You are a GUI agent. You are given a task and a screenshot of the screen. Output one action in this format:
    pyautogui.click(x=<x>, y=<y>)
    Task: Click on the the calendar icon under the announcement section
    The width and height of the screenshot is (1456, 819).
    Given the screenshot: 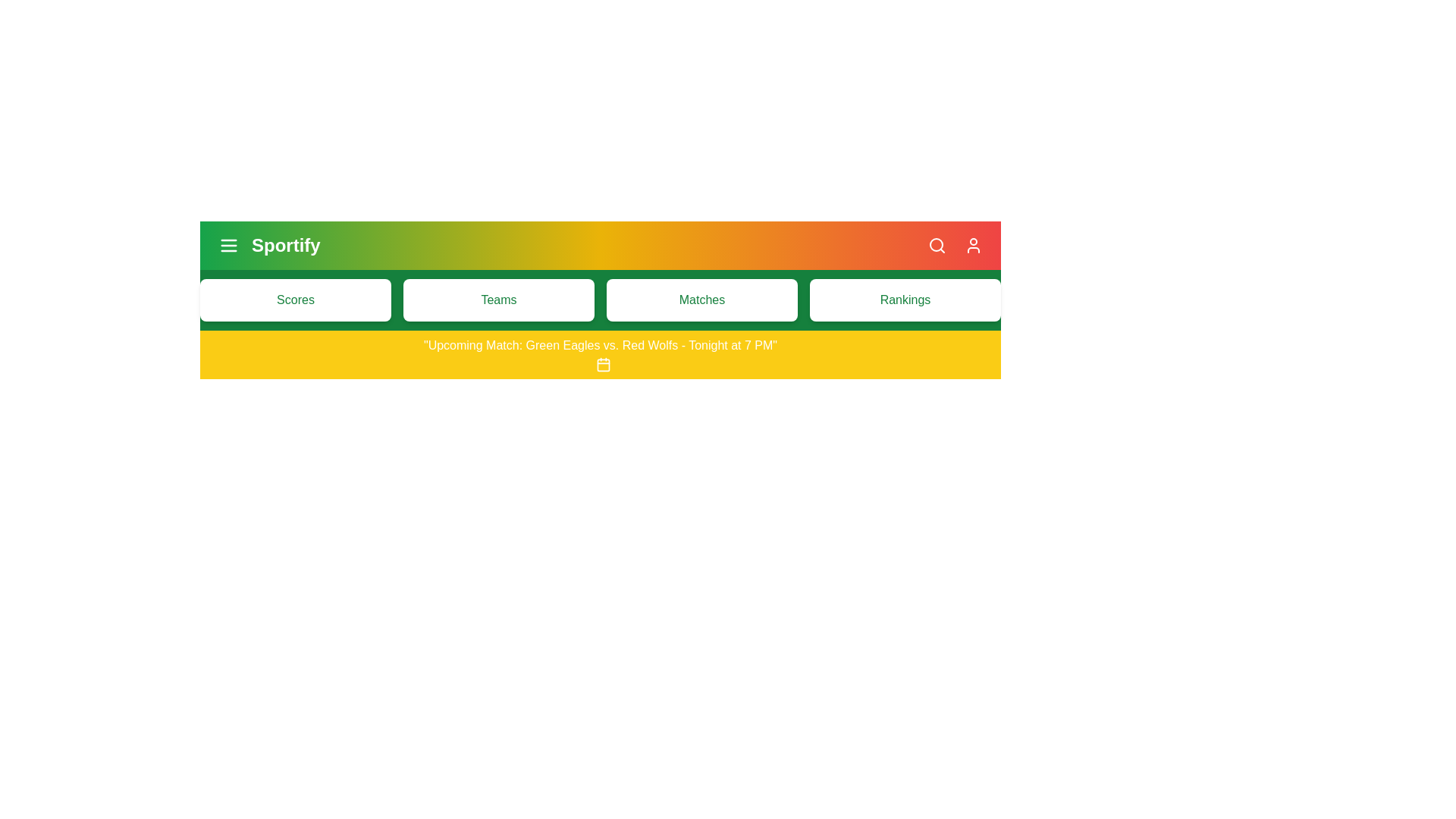 What is the action you would take?
    pyautogui.click(x=603, y=363)
    